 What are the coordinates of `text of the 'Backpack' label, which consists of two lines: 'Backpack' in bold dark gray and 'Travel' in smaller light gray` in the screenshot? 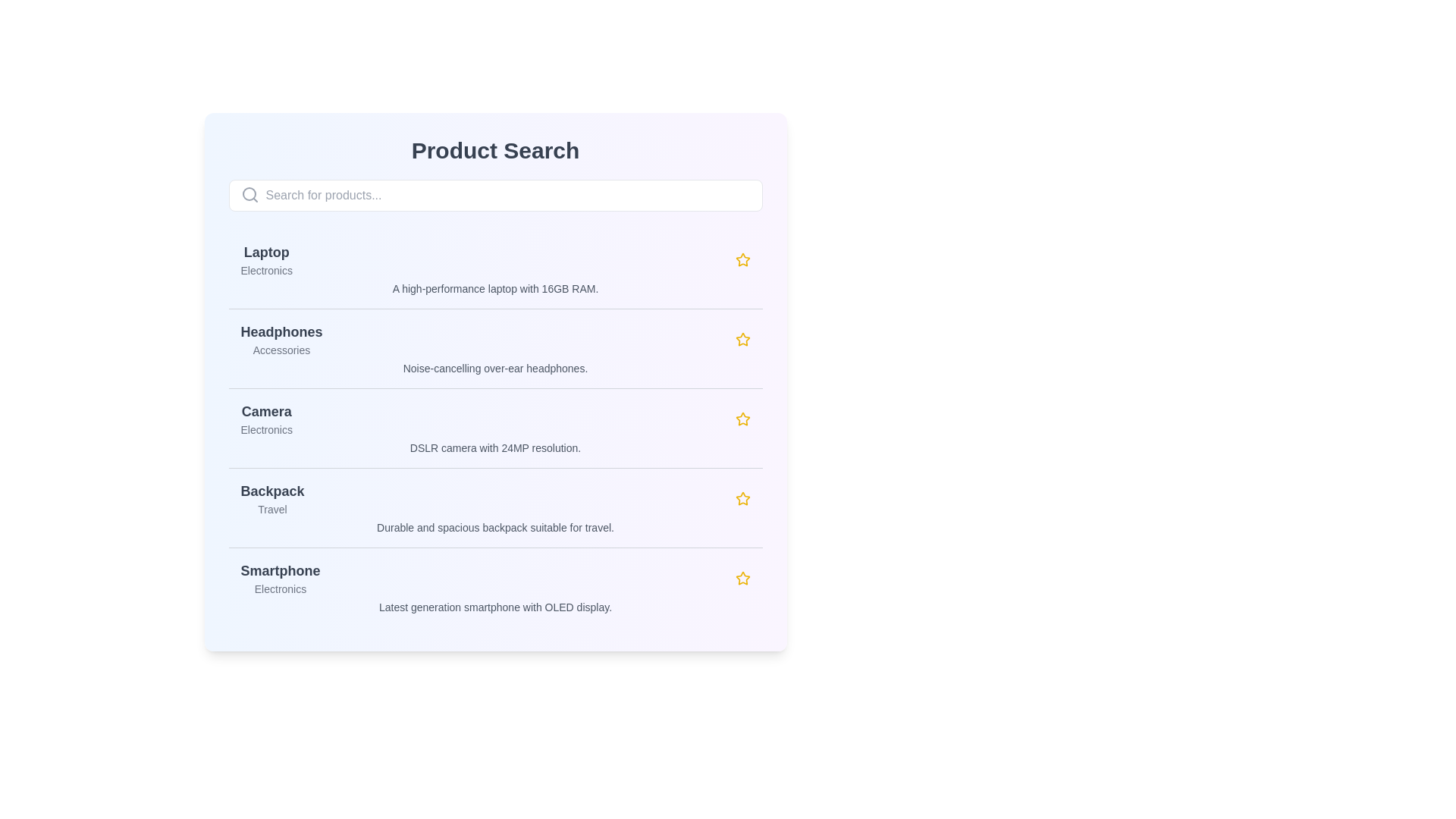 It's located at (272, 499).